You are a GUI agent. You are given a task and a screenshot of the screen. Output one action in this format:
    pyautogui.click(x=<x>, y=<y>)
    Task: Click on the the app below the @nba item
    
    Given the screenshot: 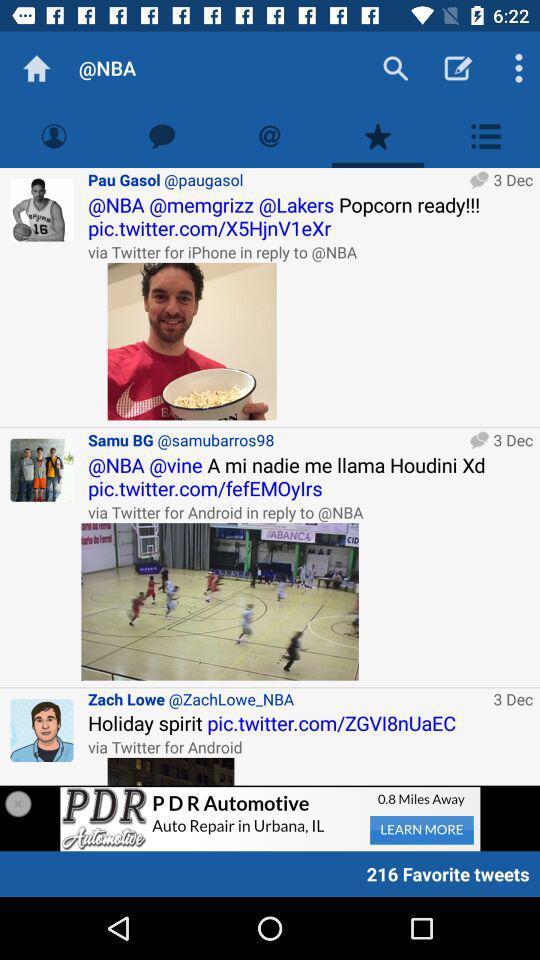 What is the action you would take?
    pyautogui.click(x=161, y=135)
    